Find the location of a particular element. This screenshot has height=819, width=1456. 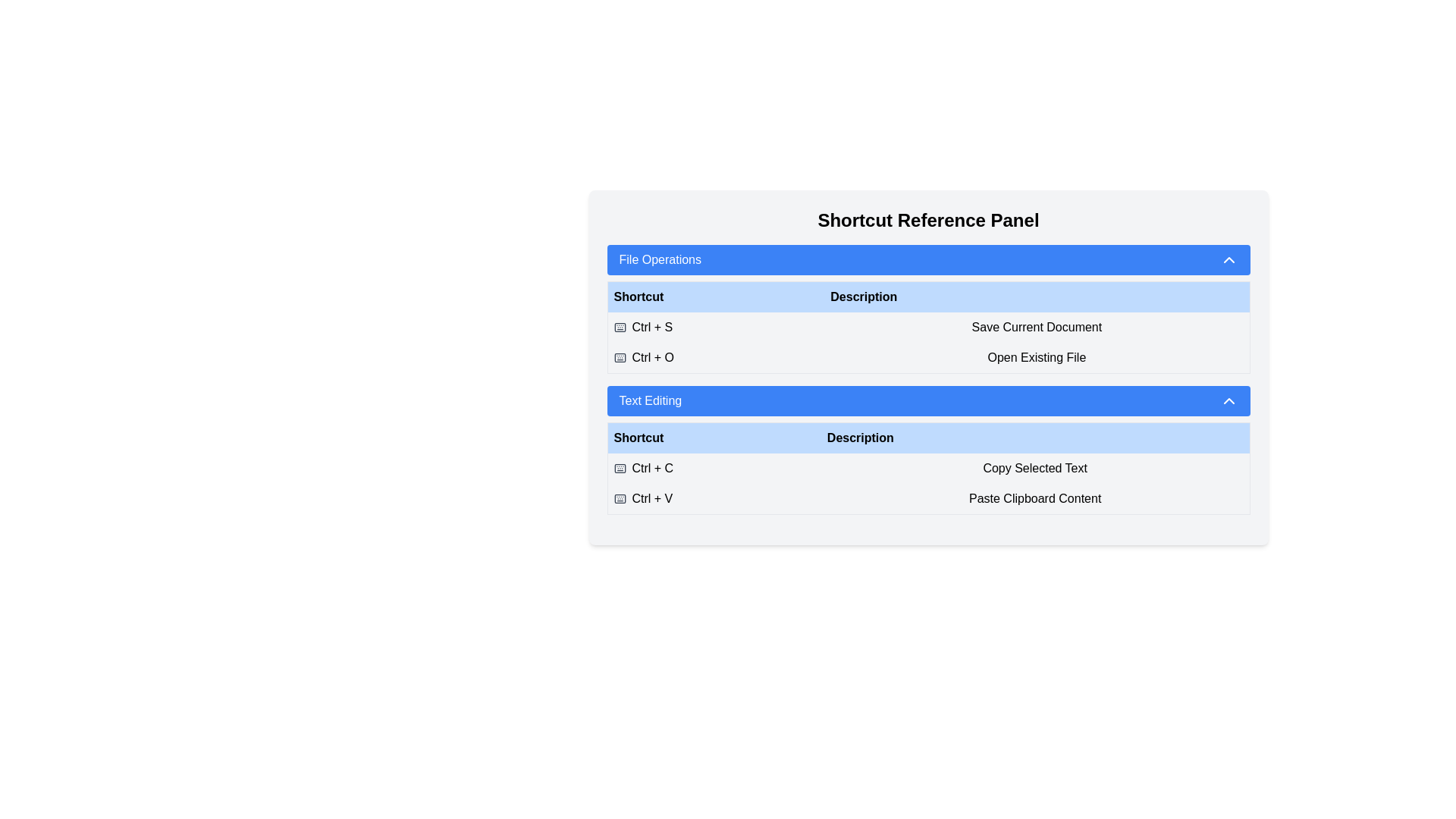

the text label 'File Operations' in the blue bar that indicates the title for the collapsible section of file operations shortcuts is located at coordinates (660, 259).